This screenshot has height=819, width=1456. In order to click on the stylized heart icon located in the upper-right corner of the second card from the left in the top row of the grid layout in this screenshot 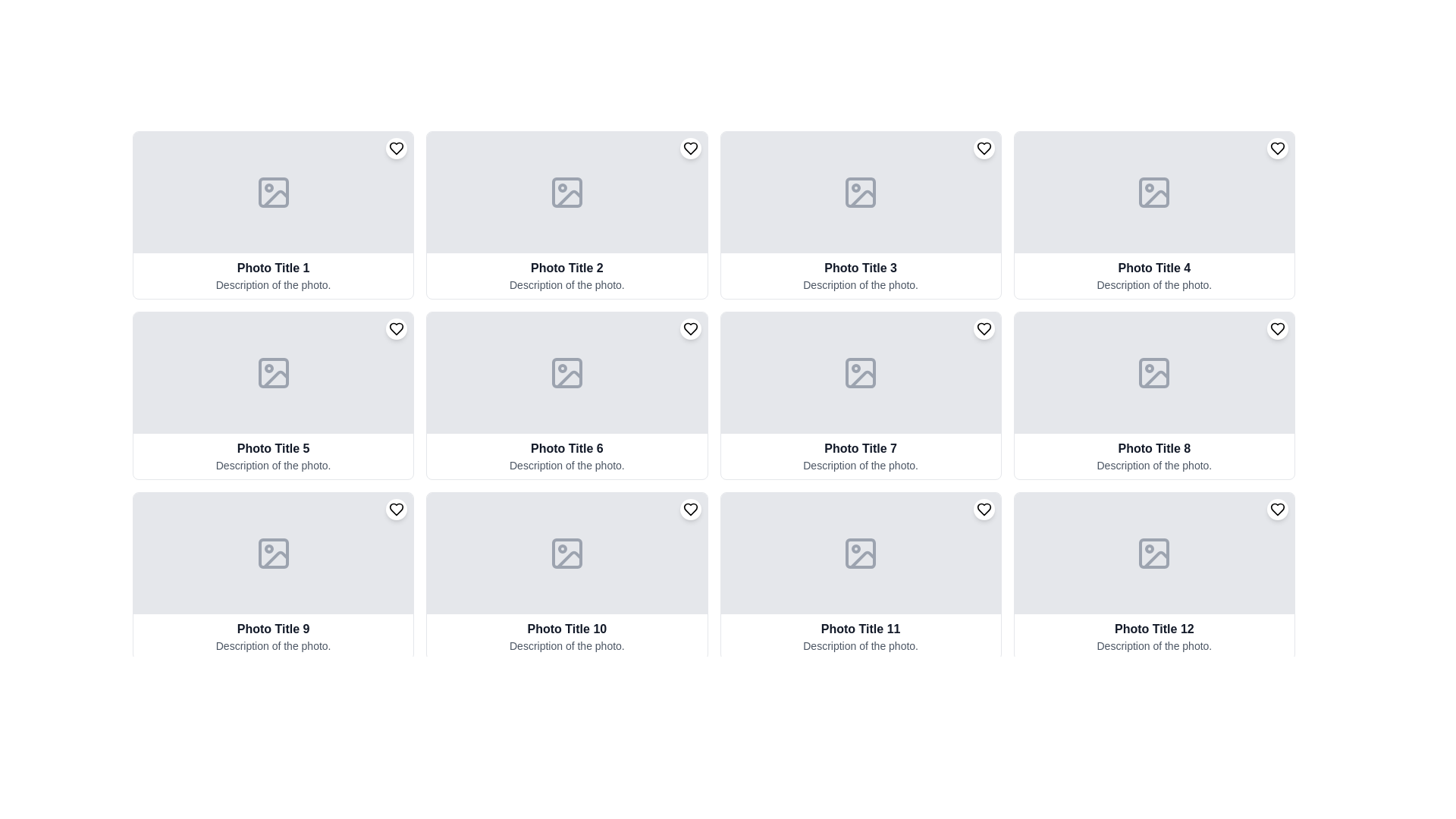, I will do `click(689, 149)`.